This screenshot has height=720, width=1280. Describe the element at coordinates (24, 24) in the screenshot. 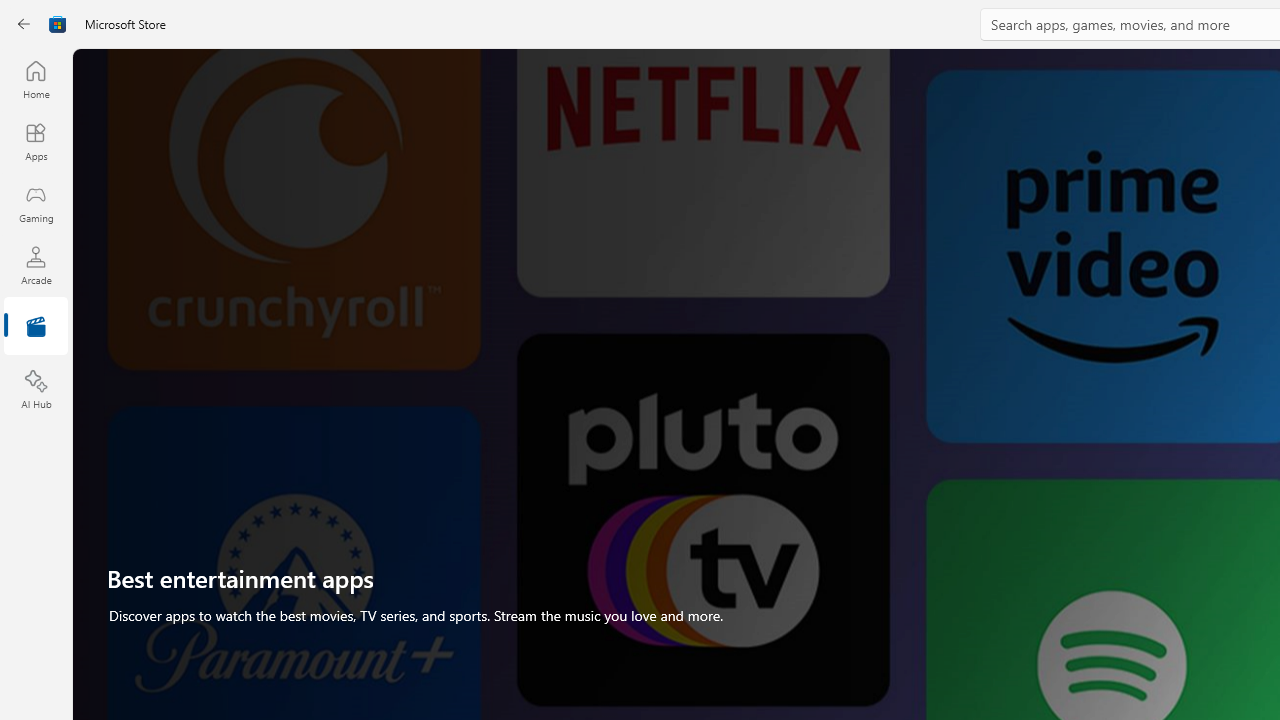

I see `'Back'` at that location.